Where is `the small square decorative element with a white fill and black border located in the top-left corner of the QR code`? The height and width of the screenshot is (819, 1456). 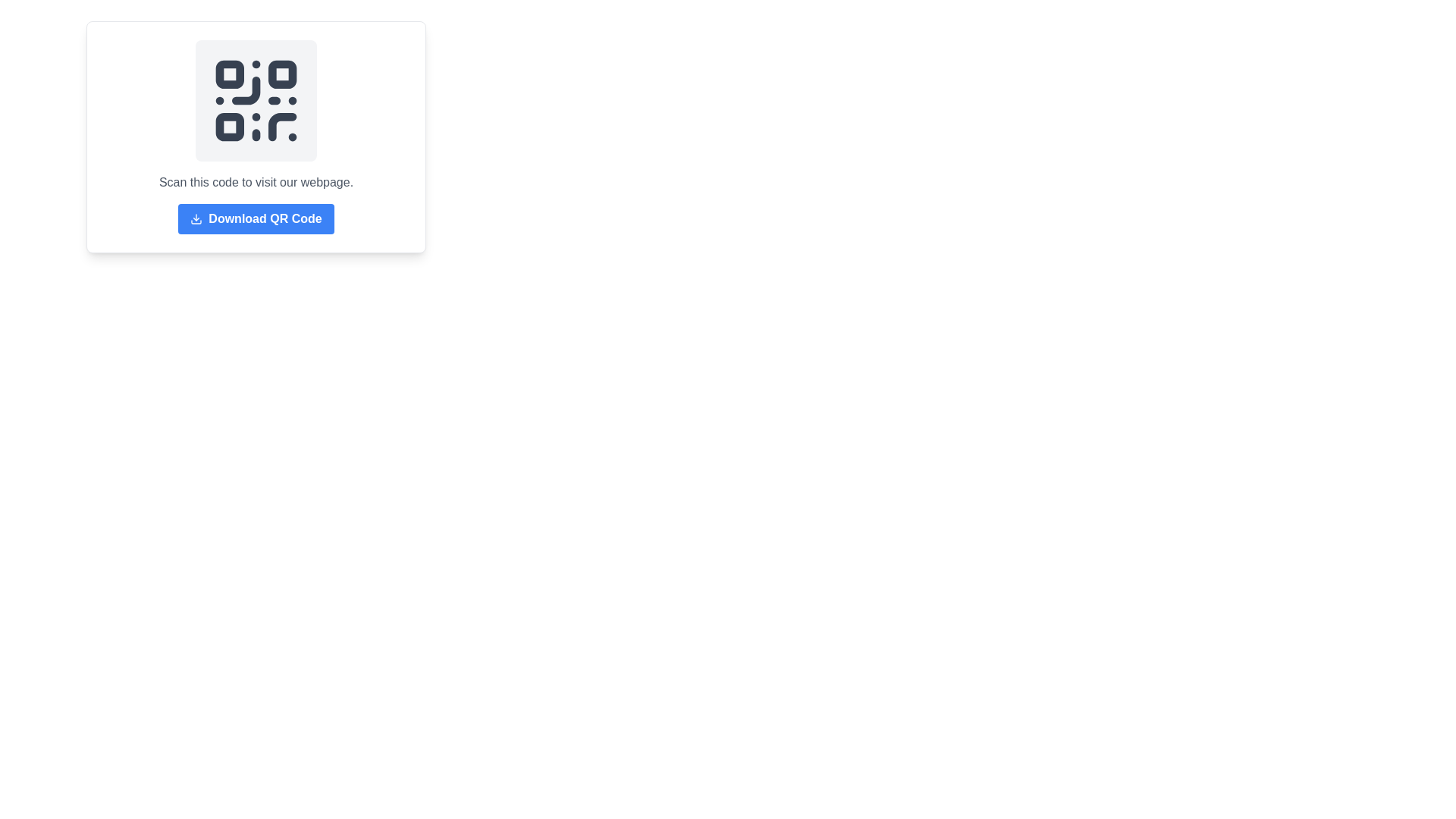 the small square decorative element with a white fill and black border located in the top-left corner of the QR code is located at coordinates (229, 74).